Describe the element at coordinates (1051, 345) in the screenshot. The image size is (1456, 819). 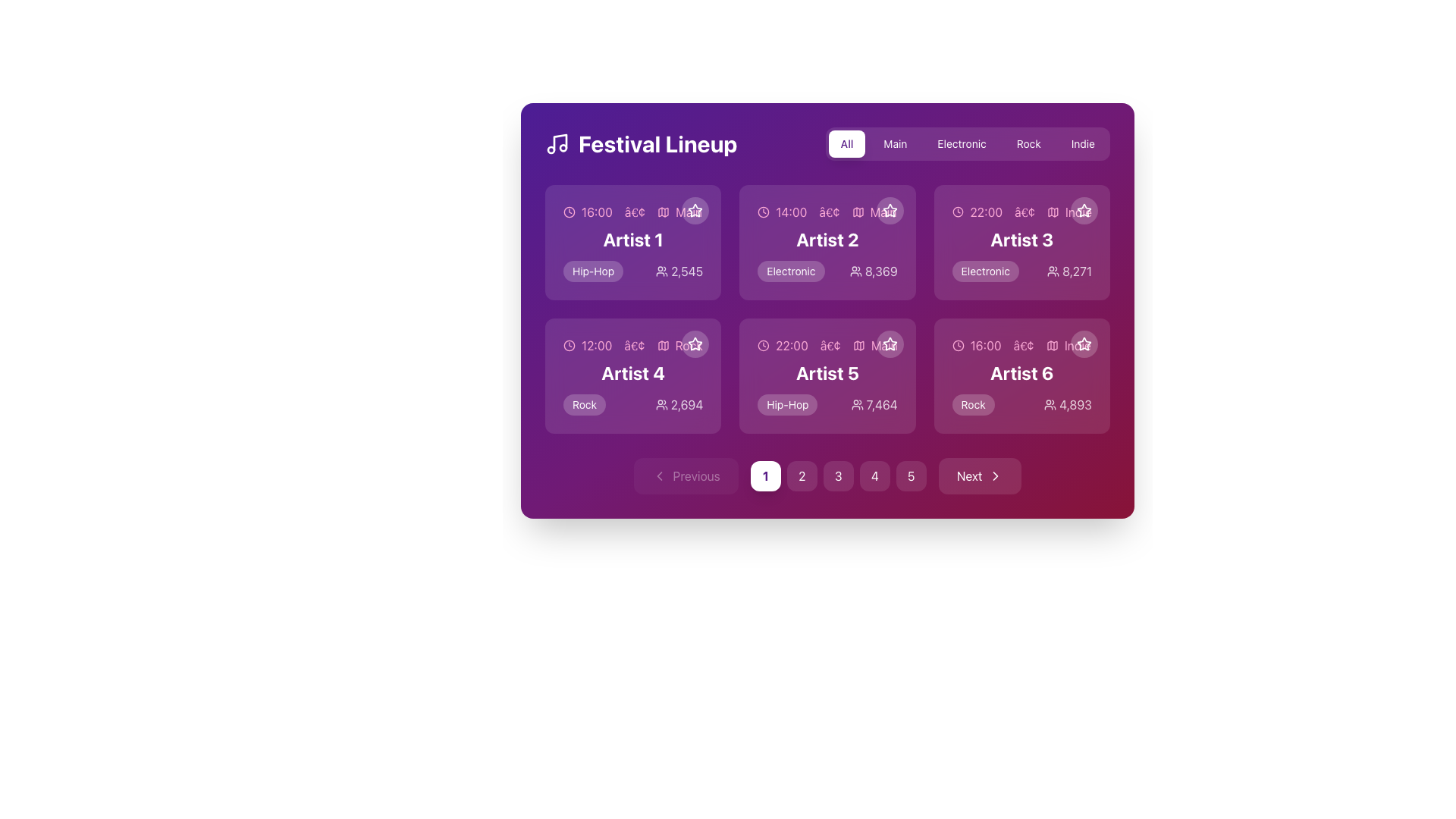
I see `the graphical representation of the Map Icon, which is a minimalistic vector graphic located at the bottom right of the 'Artist 6' card, positioned to the right of a bullet point and before the 'Indie' text label` at that location.